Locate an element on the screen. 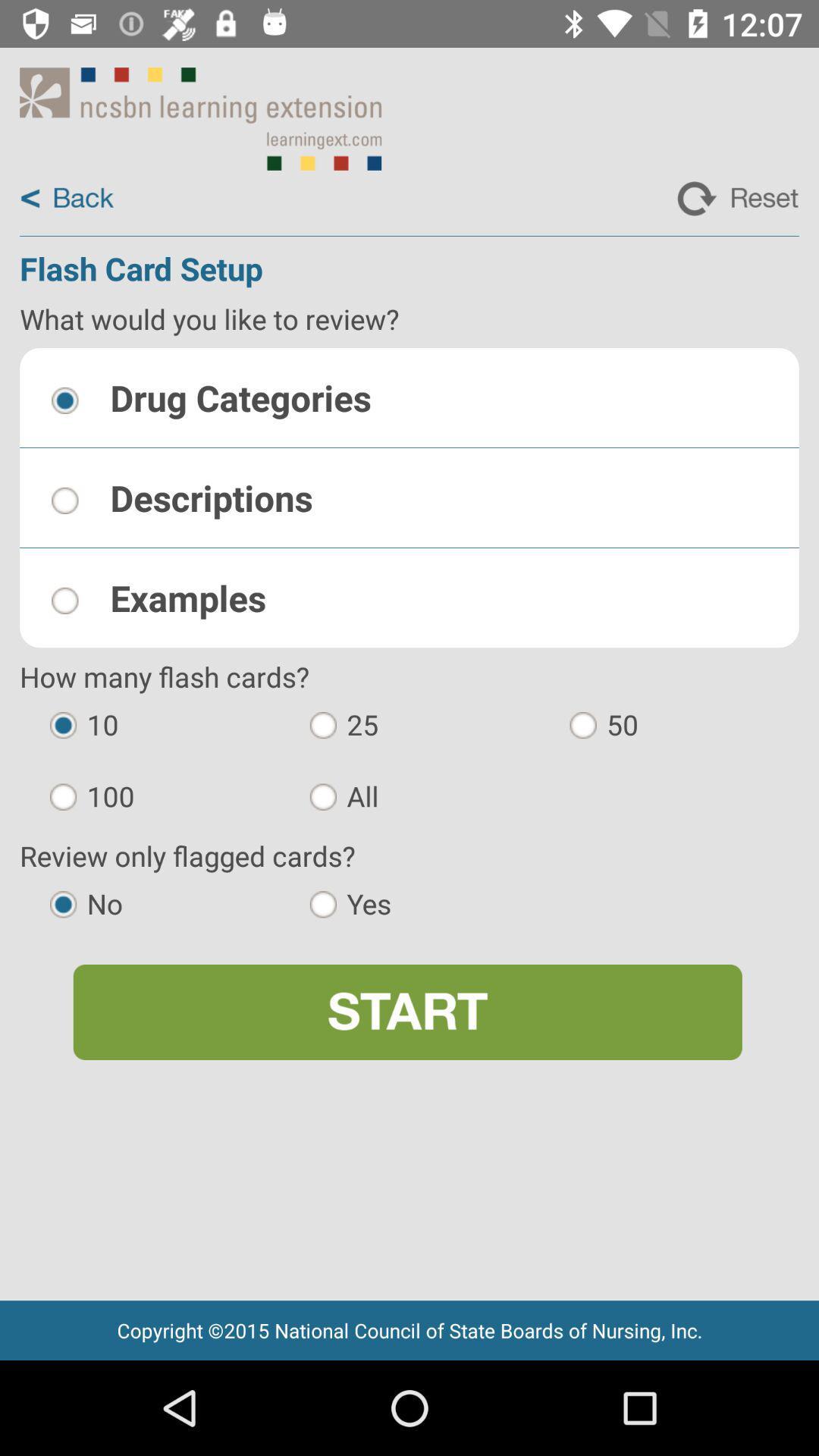  start option is located at coordinates (406, 1012).